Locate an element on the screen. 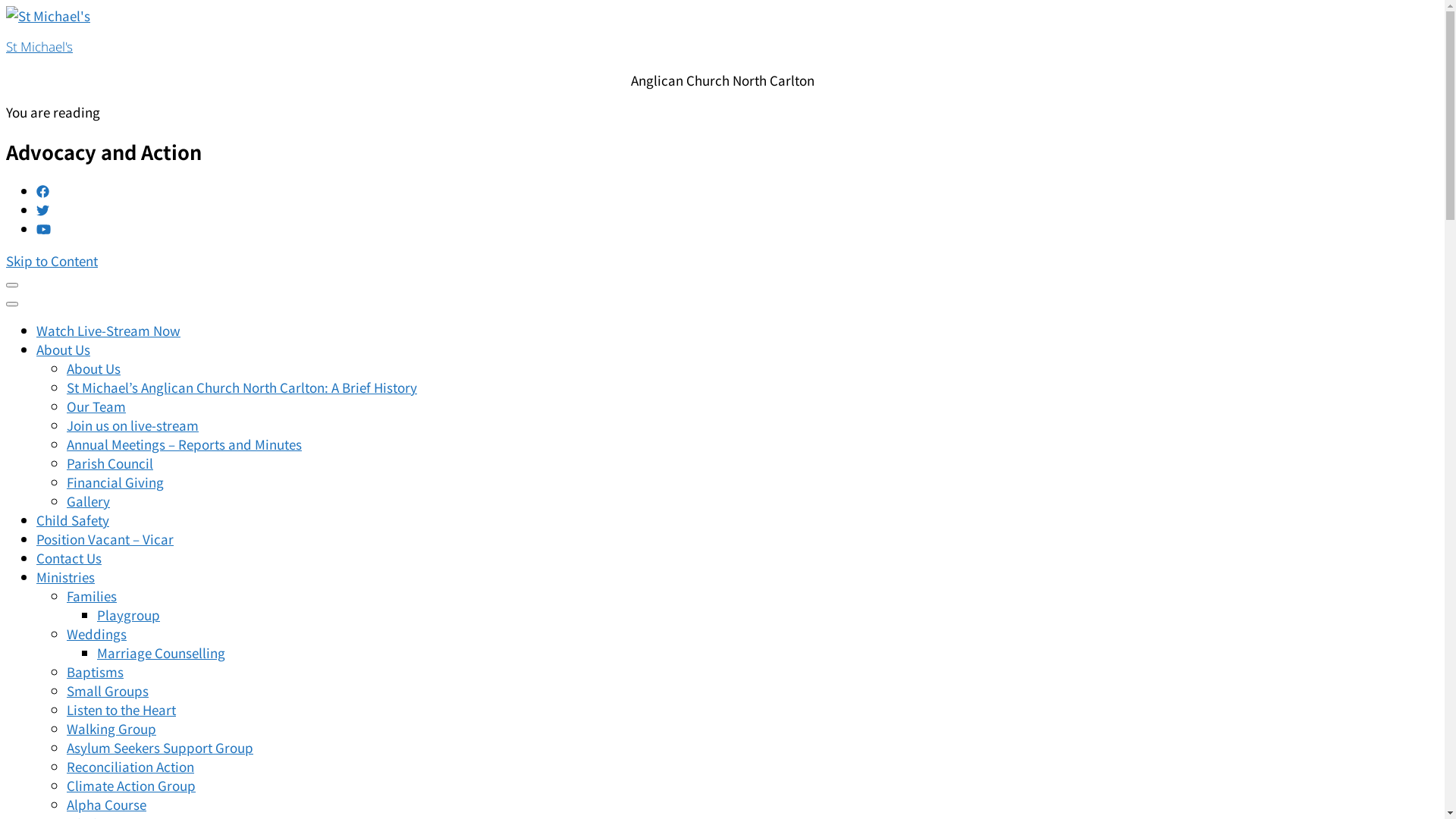  'Financial Giving' is located at coordinates (115, 482).